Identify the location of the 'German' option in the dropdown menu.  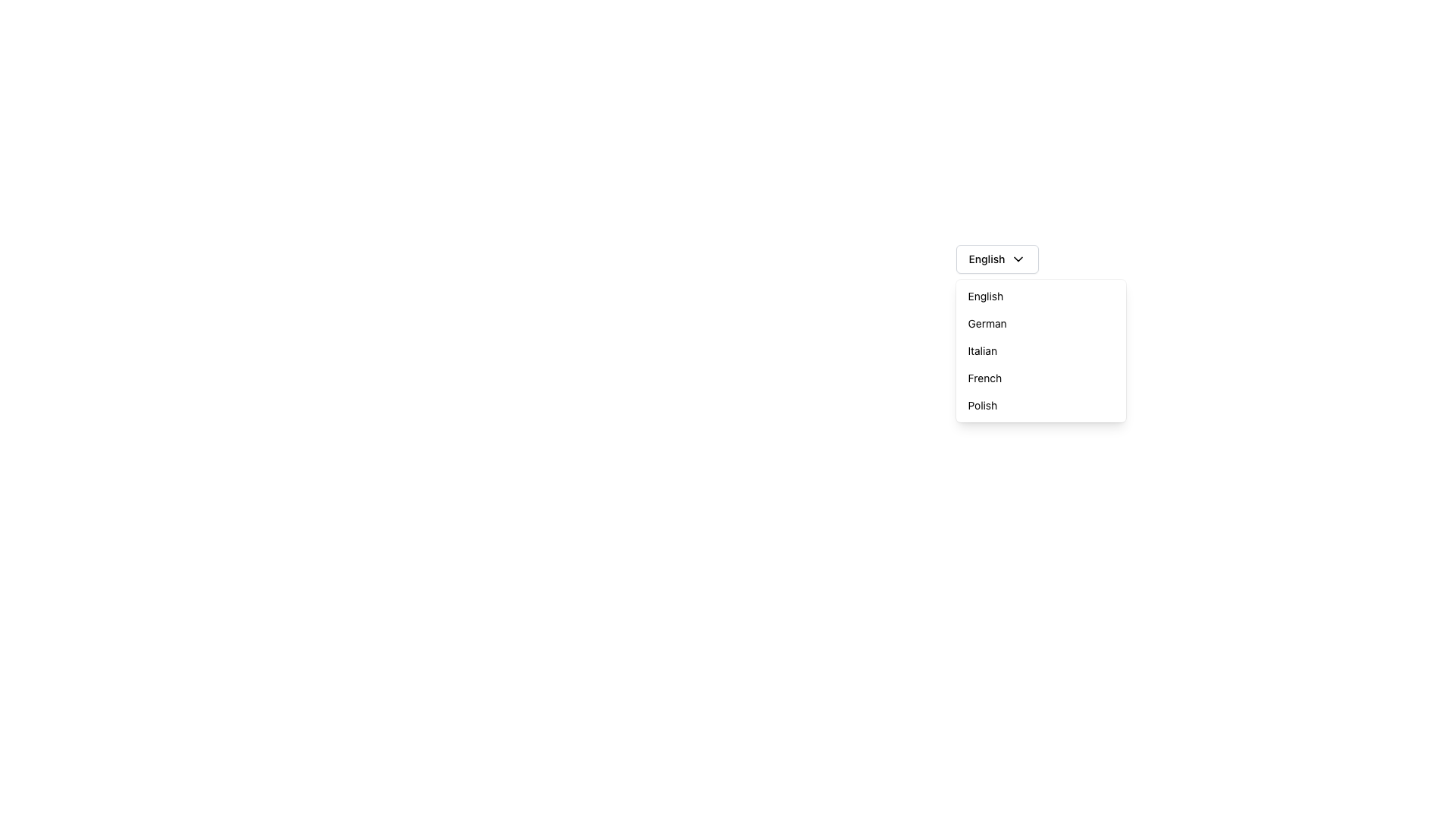
(1040, 323).